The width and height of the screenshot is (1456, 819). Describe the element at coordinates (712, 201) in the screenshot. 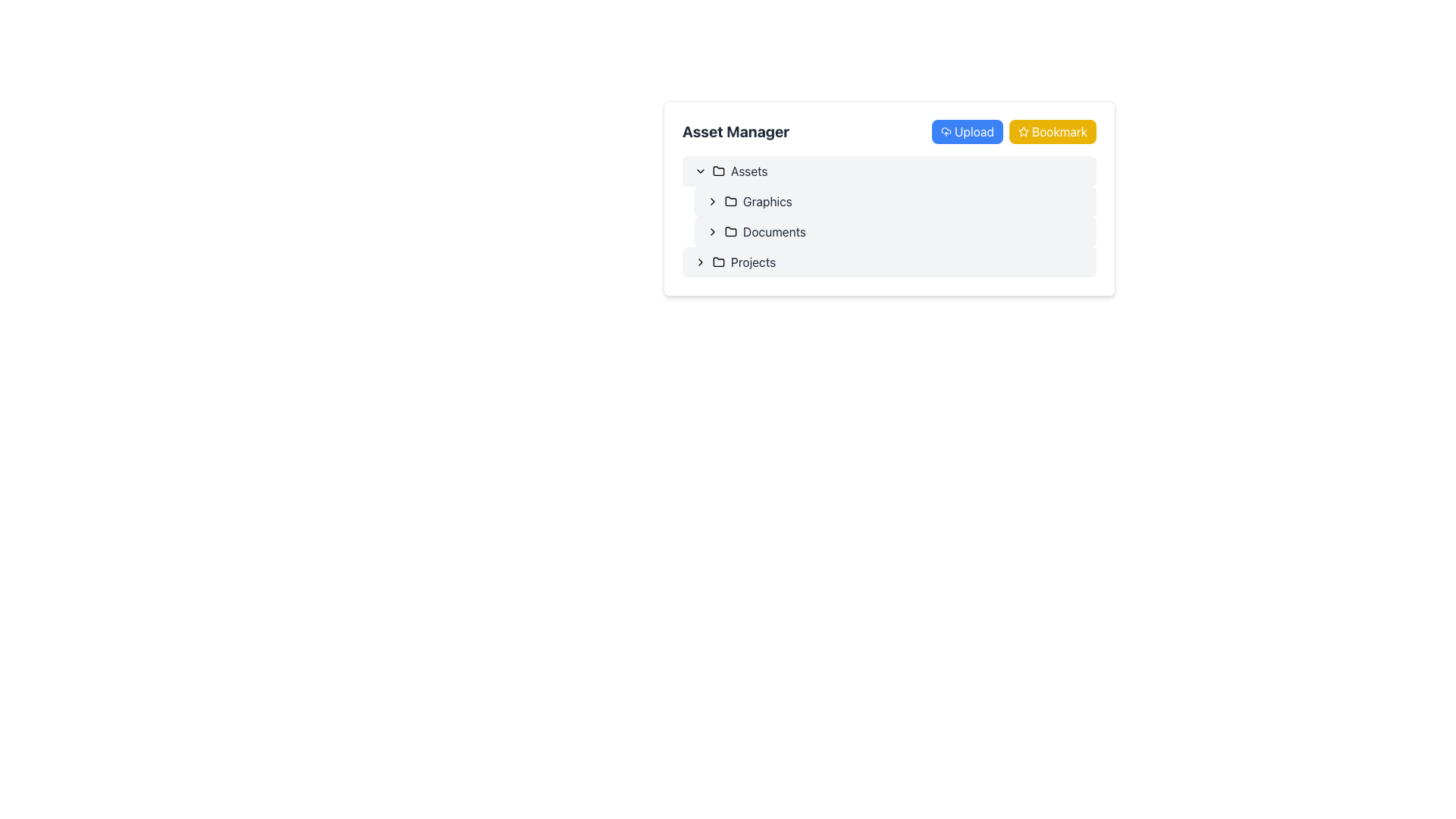

I see `the chevron icon toggle` at that location.